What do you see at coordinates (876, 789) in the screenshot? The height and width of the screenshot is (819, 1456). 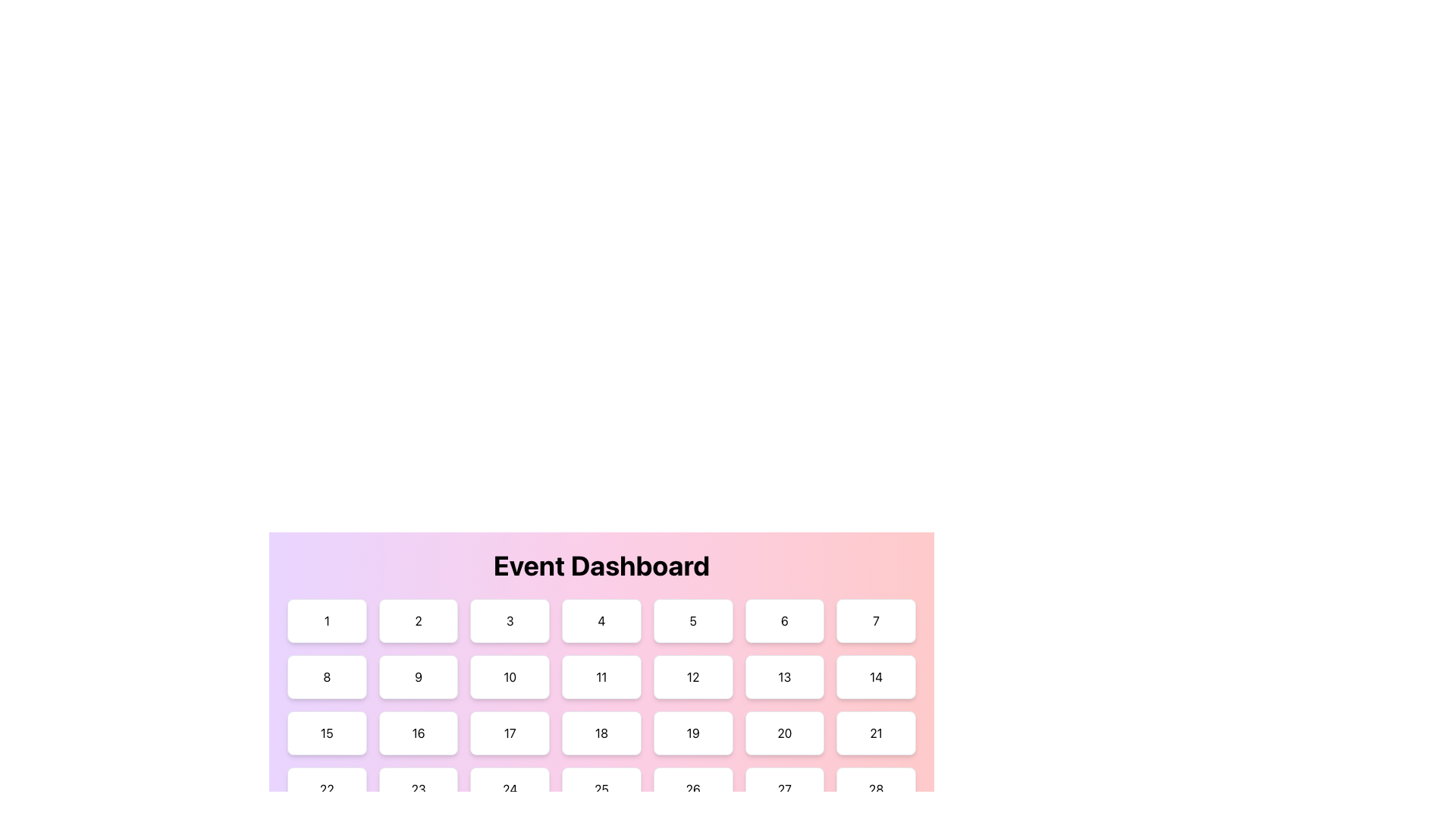 I see `the button that allows the user` at bounding box center [876, 789].